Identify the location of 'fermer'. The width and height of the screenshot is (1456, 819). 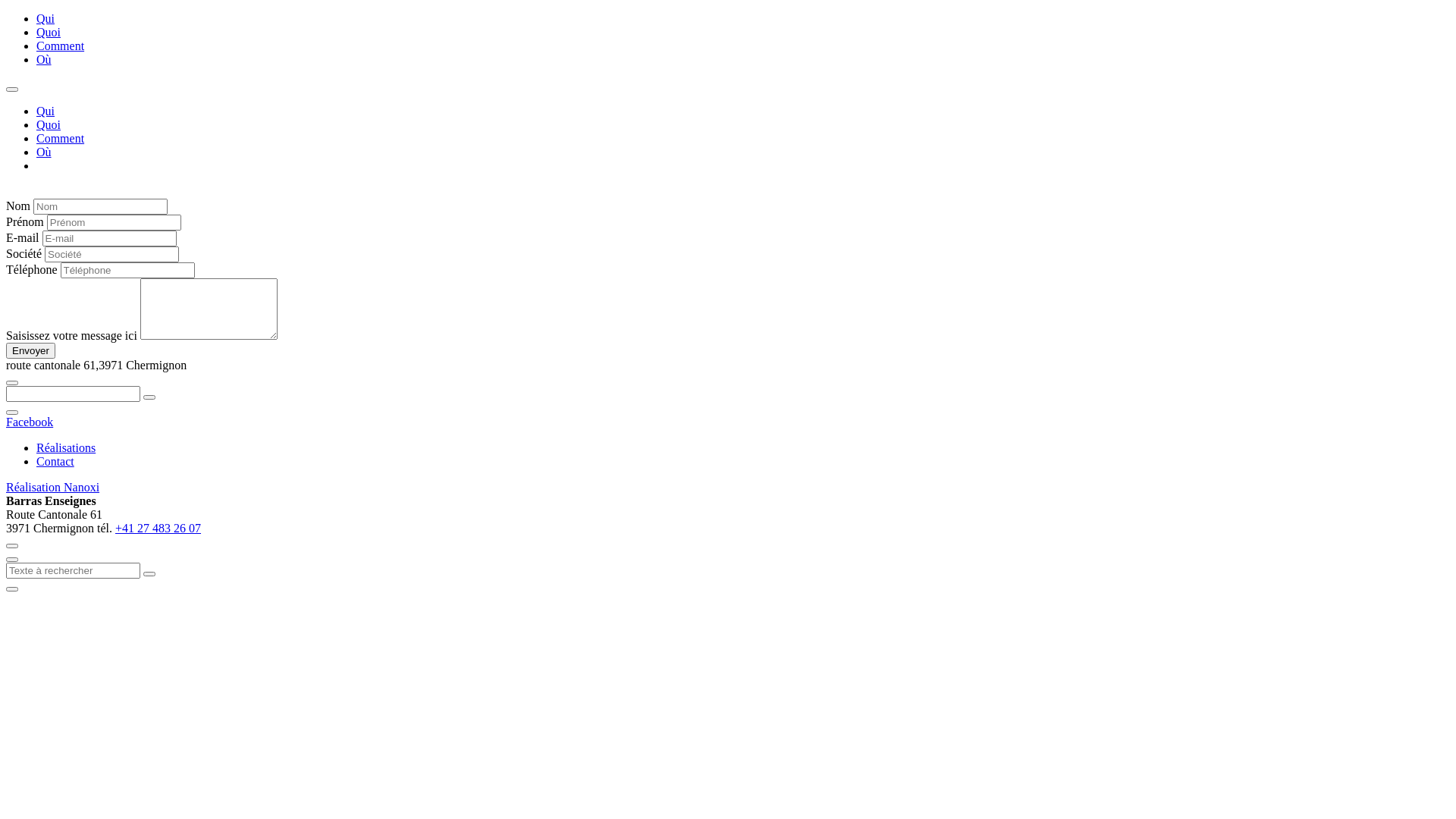
(11, 546).